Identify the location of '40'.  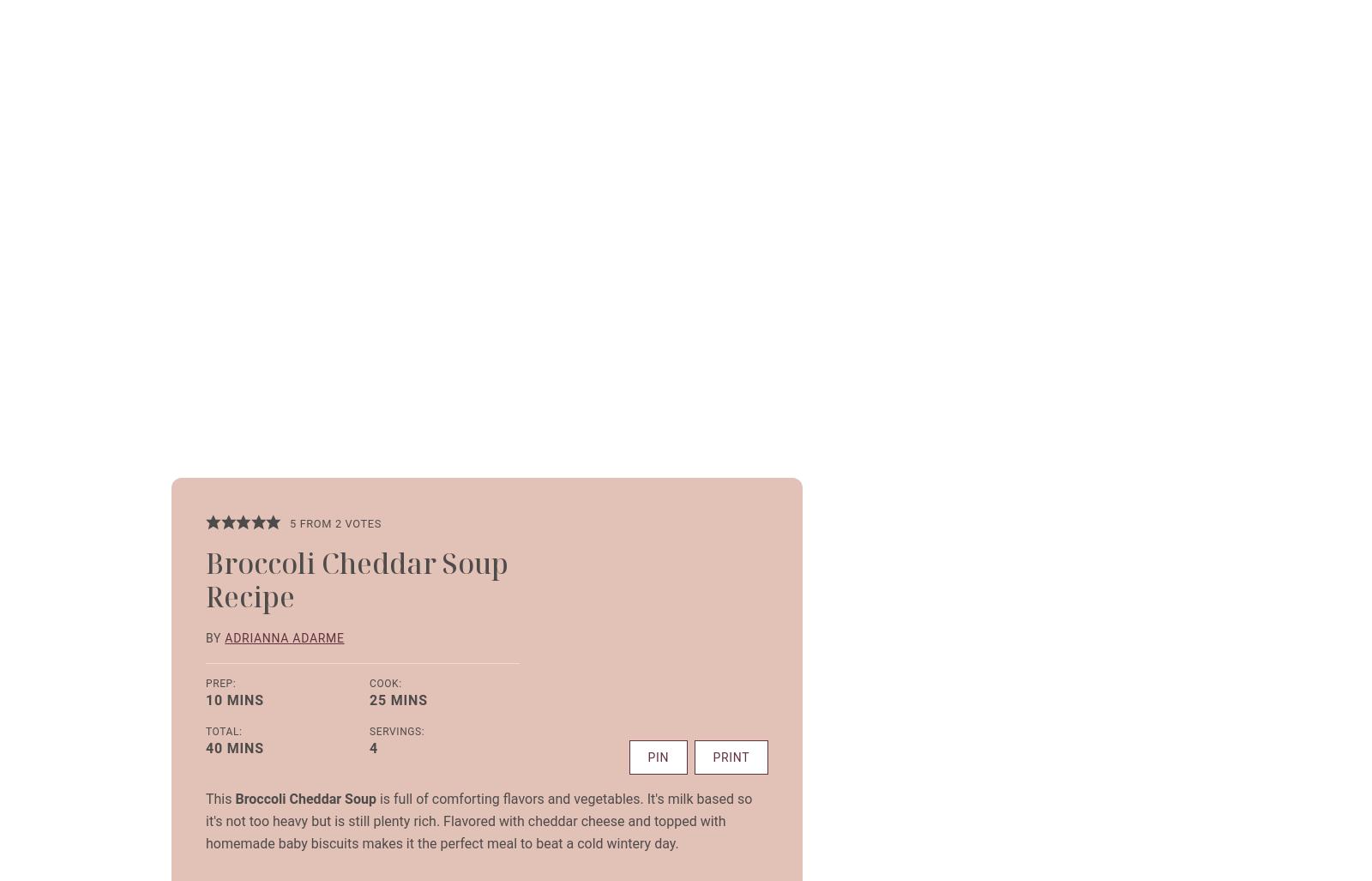
(214, 746).